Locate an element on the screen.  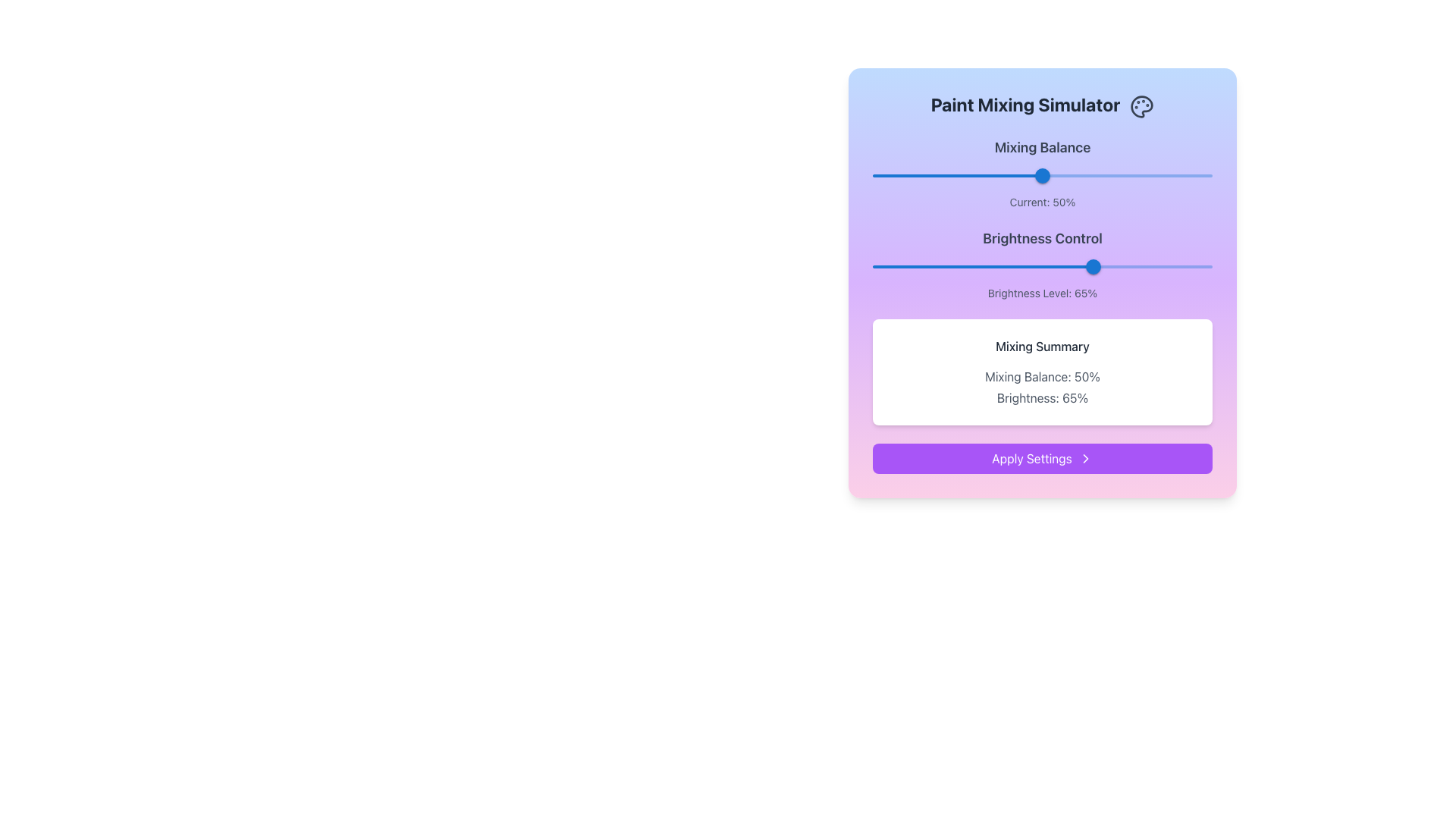
the Mixing Balance slider is located at coordinates (1174, 174).